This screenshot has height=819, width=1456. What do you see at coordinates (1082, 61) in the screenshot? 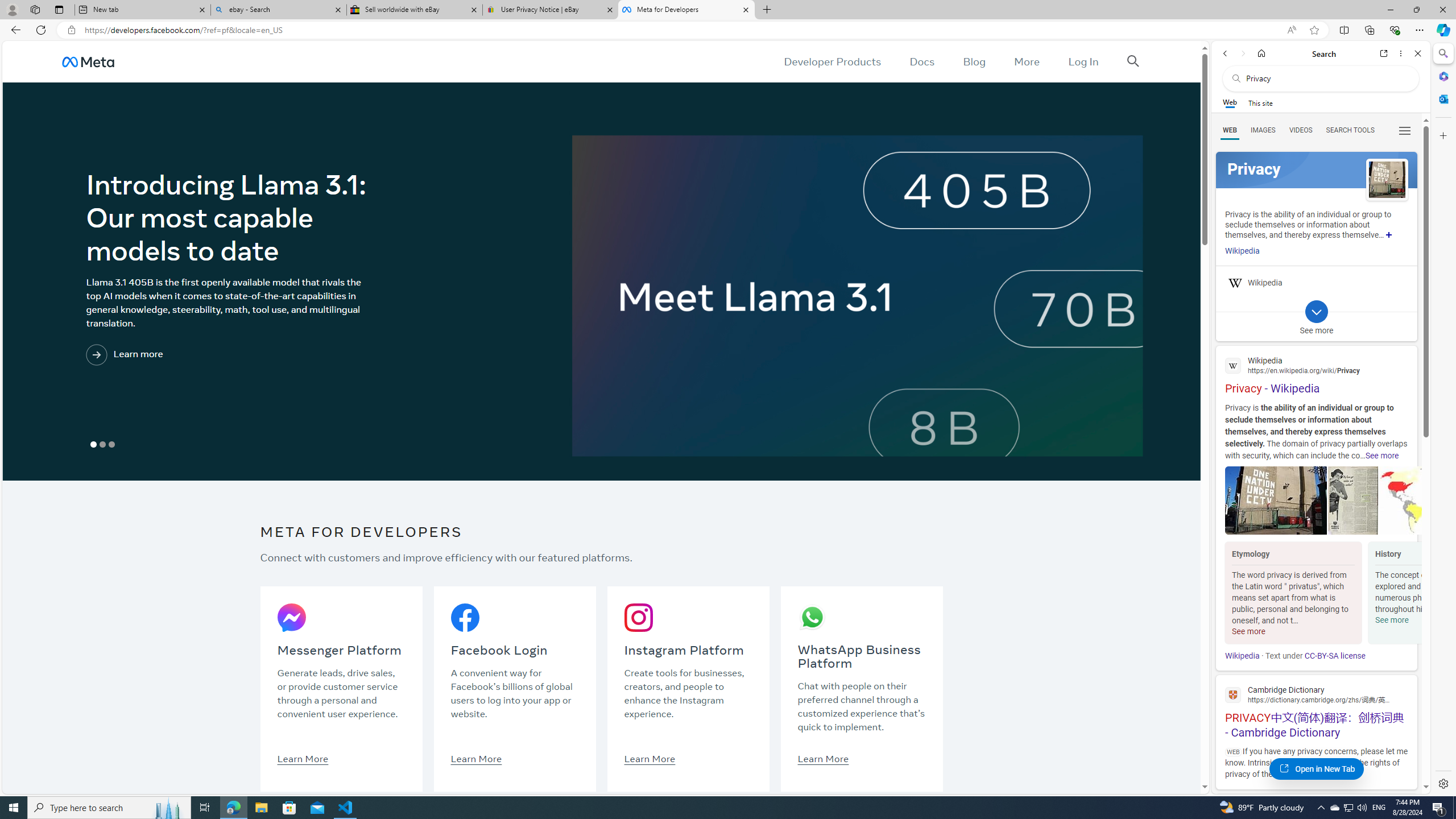
I see `'Log In'` at bounding box center [1082, 61].